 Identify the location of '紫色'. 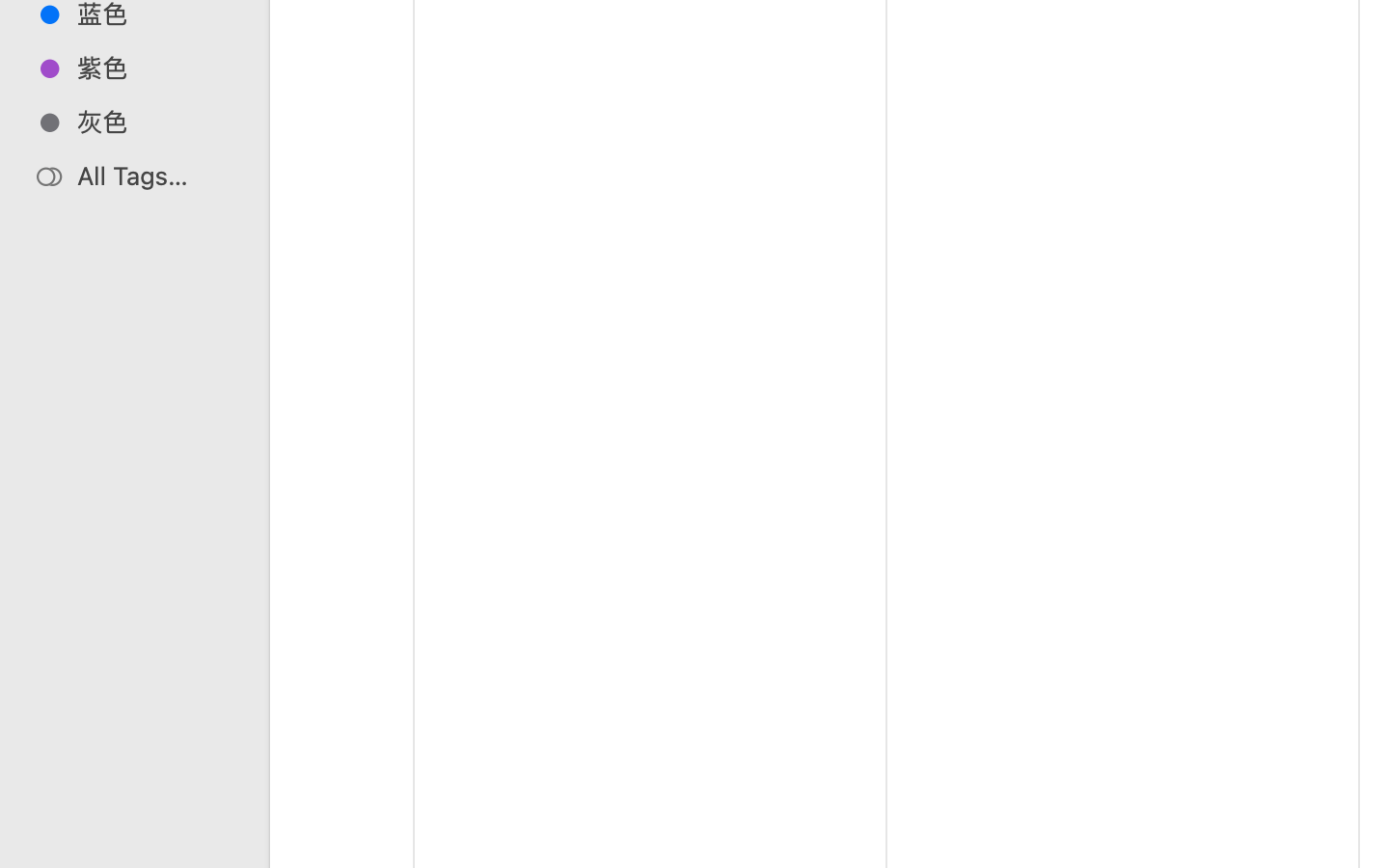
(153, 67).